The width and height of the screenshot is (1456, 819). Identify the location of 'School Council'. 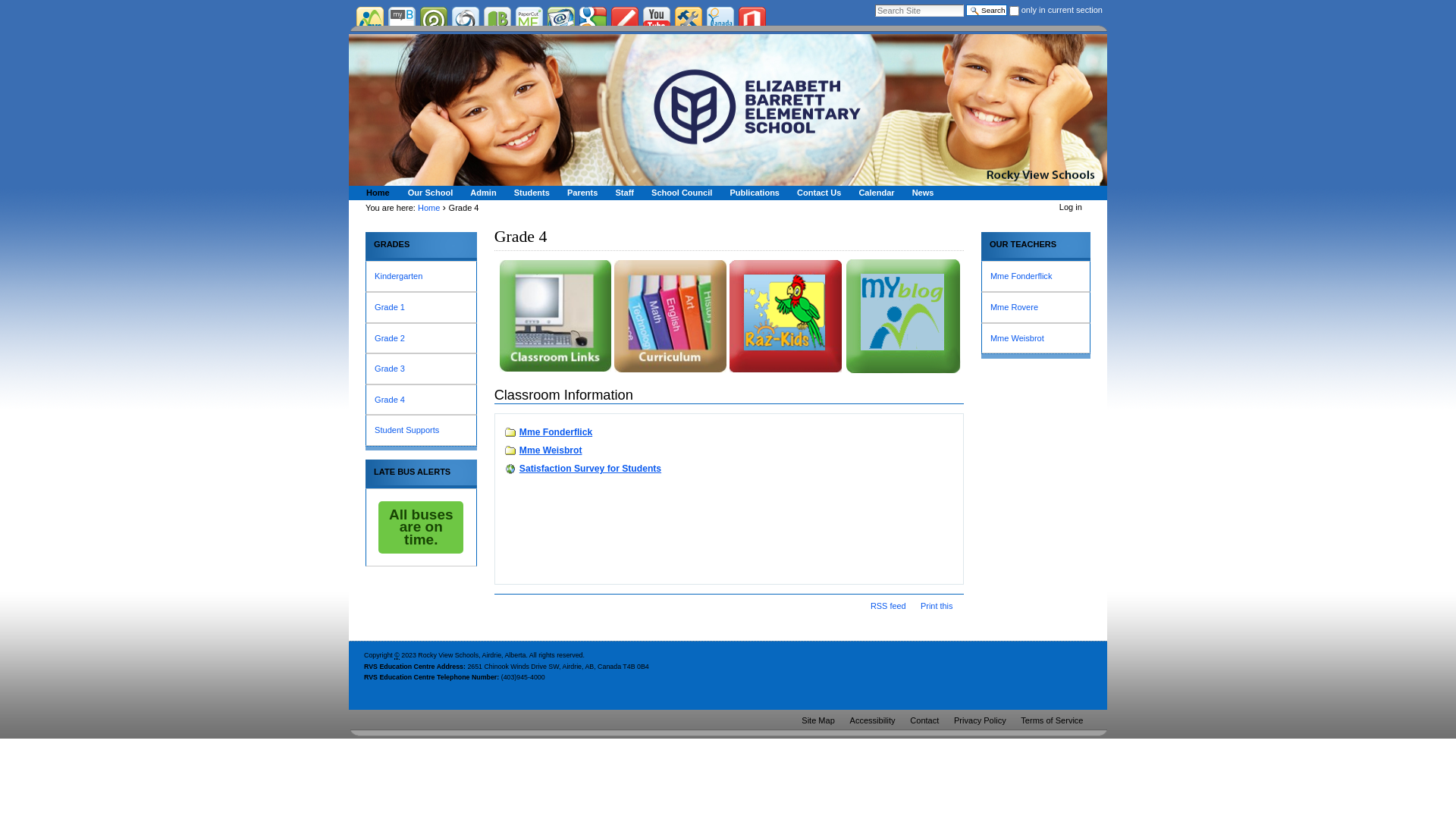
(679, 192).